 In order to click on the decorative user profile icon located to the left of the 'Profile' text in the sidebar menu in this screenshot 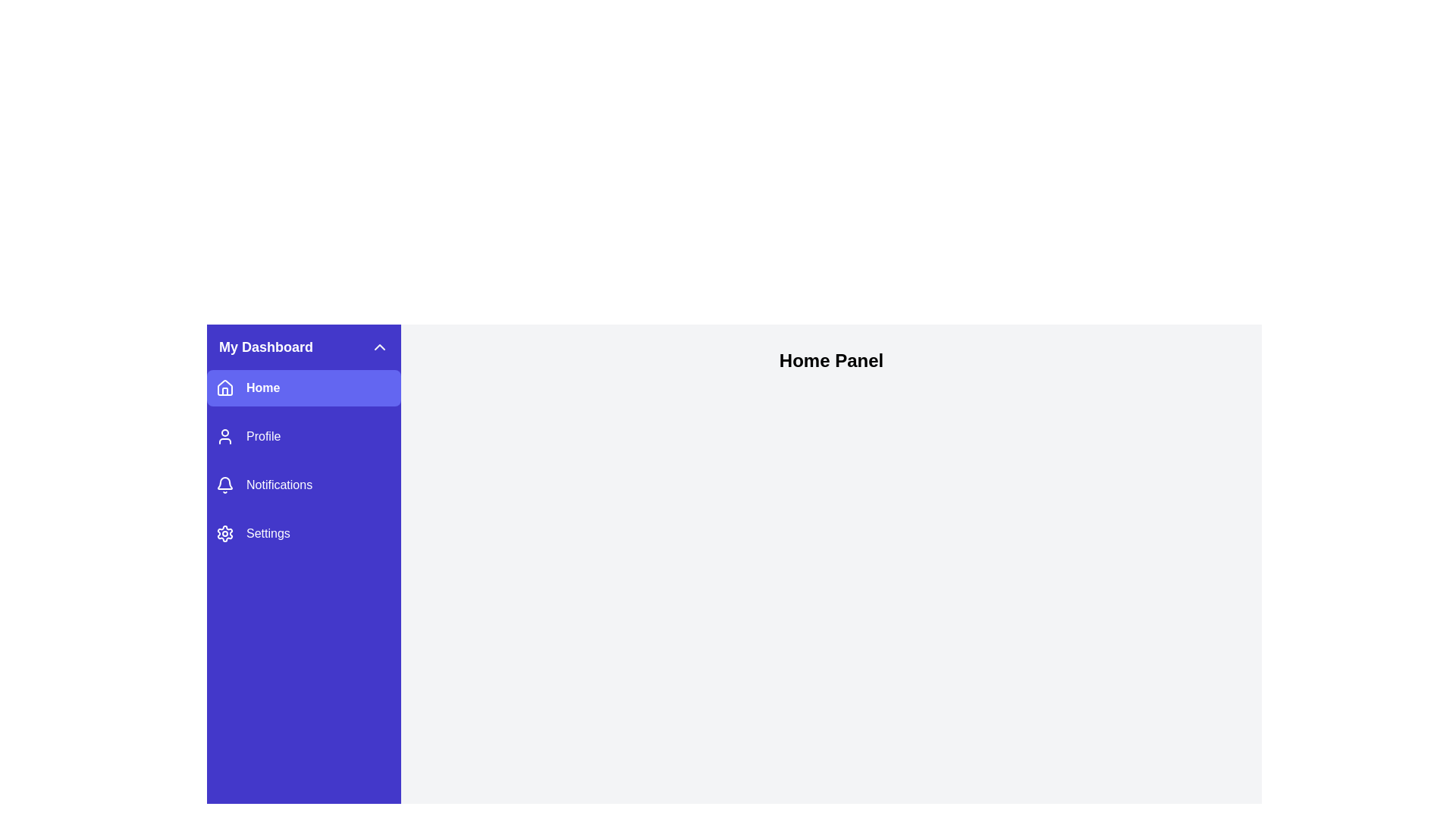, I will do `click(224, 436)`.